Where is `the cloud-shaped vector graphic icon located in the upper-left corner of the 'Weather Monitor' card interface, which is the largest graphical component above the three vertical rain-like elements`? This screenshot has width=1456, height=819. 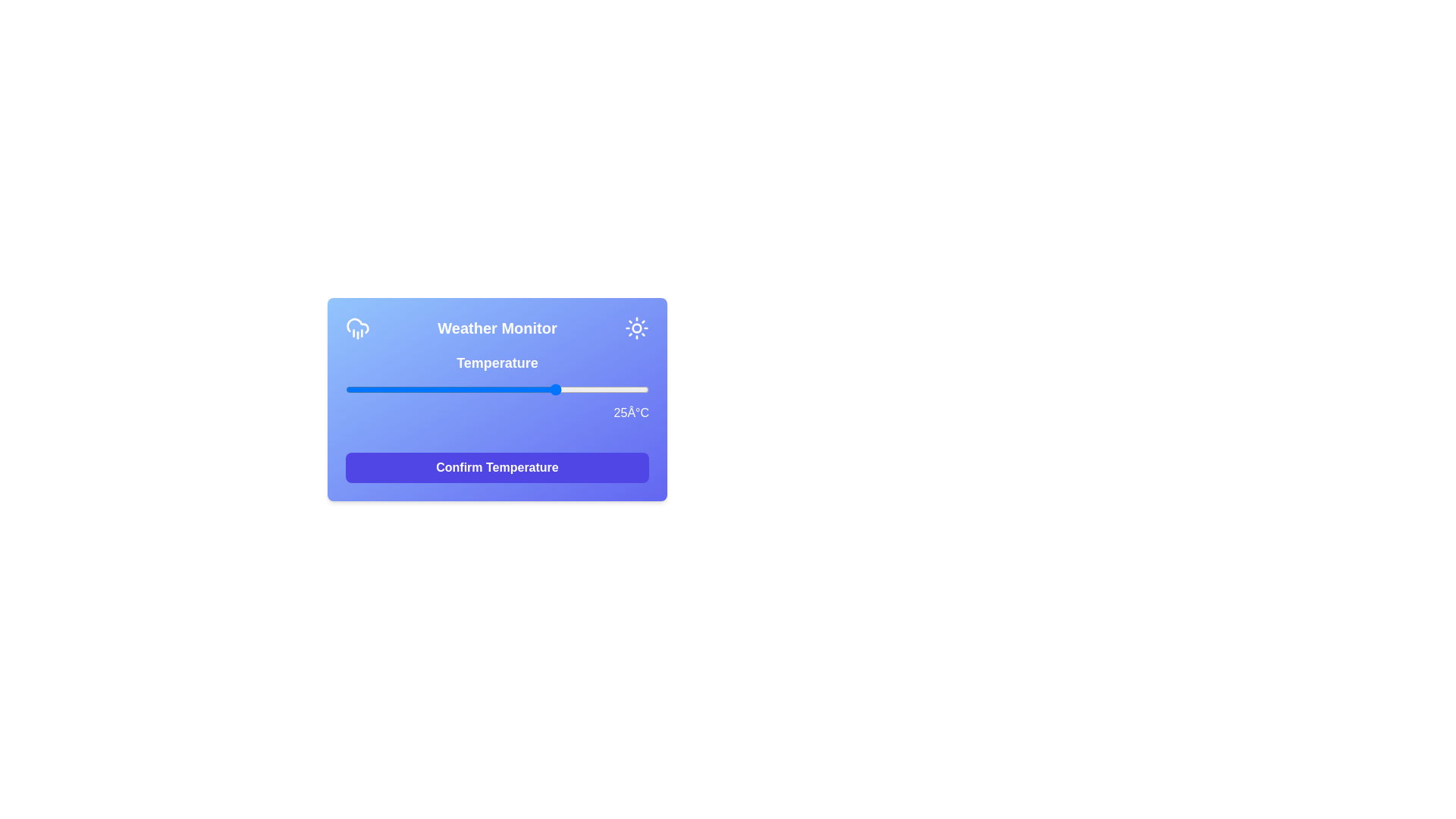
the cloud-shaped vector graphic icon located in the upper-left corner of the 'Weather Monitor' card interface, which is the largest graphical component above the three vertical rain-like elements is located at coordinates (356, 325).